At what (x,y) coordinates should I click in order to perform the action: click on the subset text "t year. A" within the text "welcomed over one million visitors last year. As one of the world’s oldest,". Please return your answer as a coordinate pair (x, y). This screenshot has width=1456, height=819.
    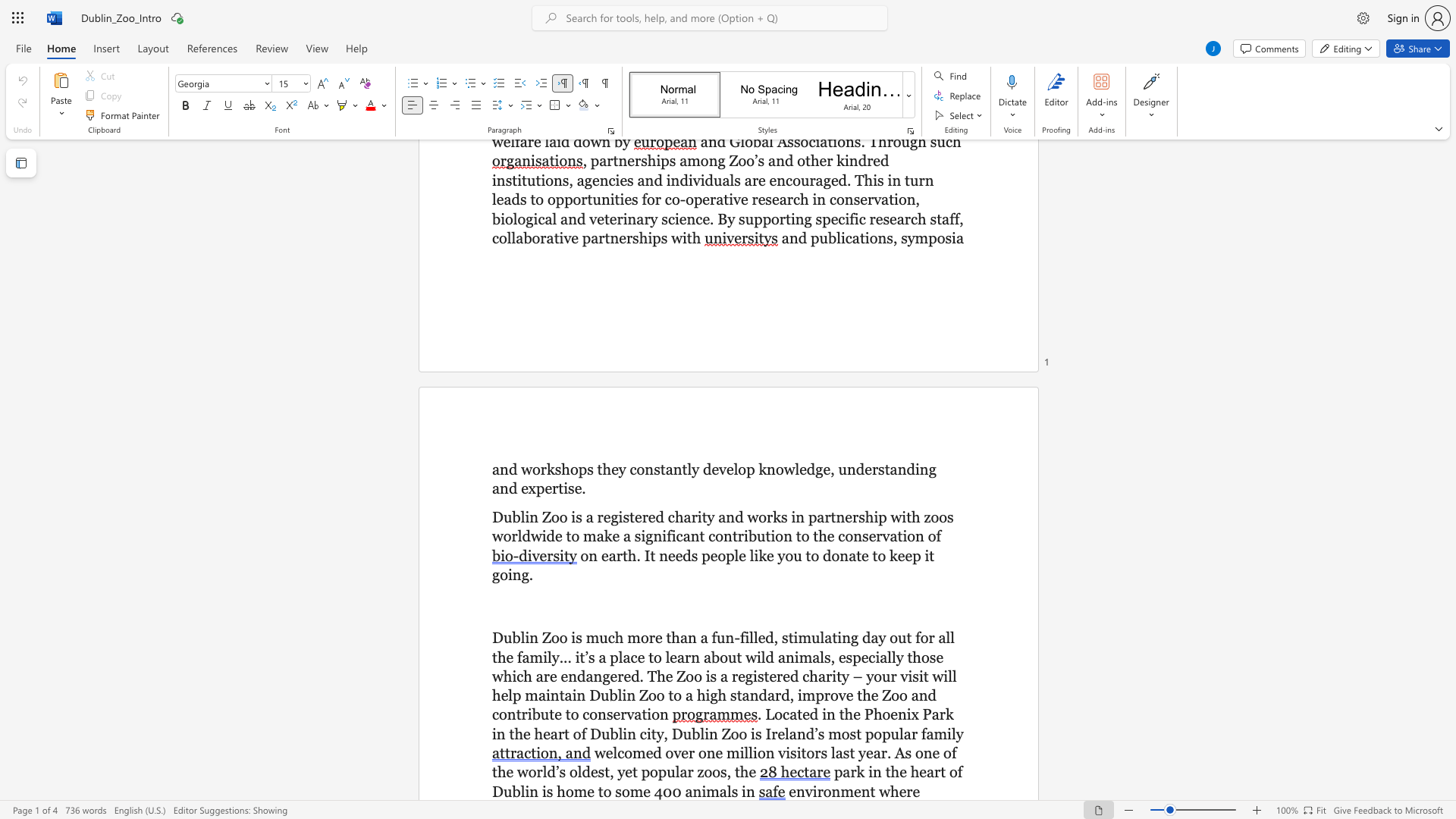
    Looking at the image, I should click on (849, 752).